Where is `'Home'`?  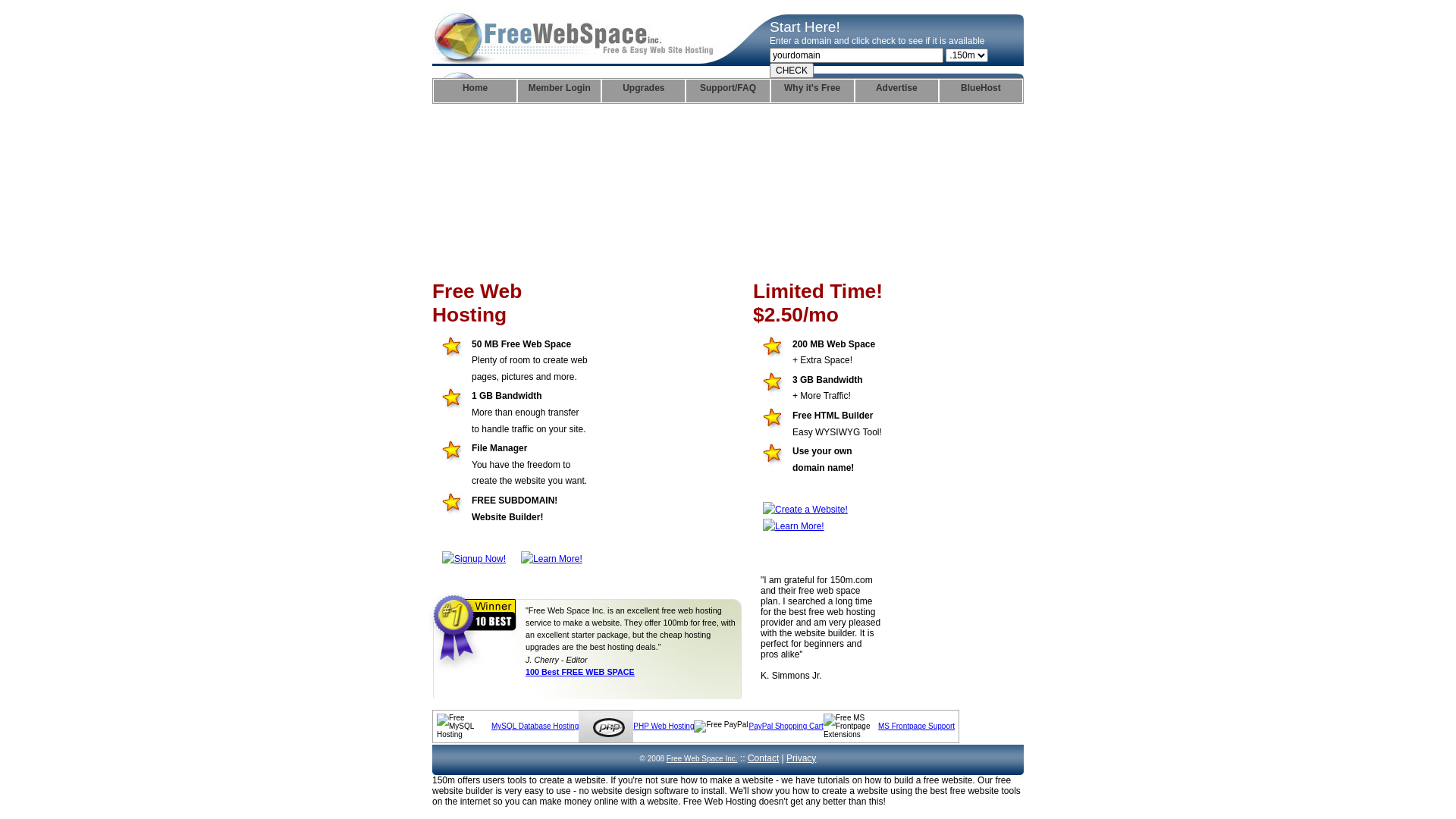
'Home' is located at coordinates (474, 90).